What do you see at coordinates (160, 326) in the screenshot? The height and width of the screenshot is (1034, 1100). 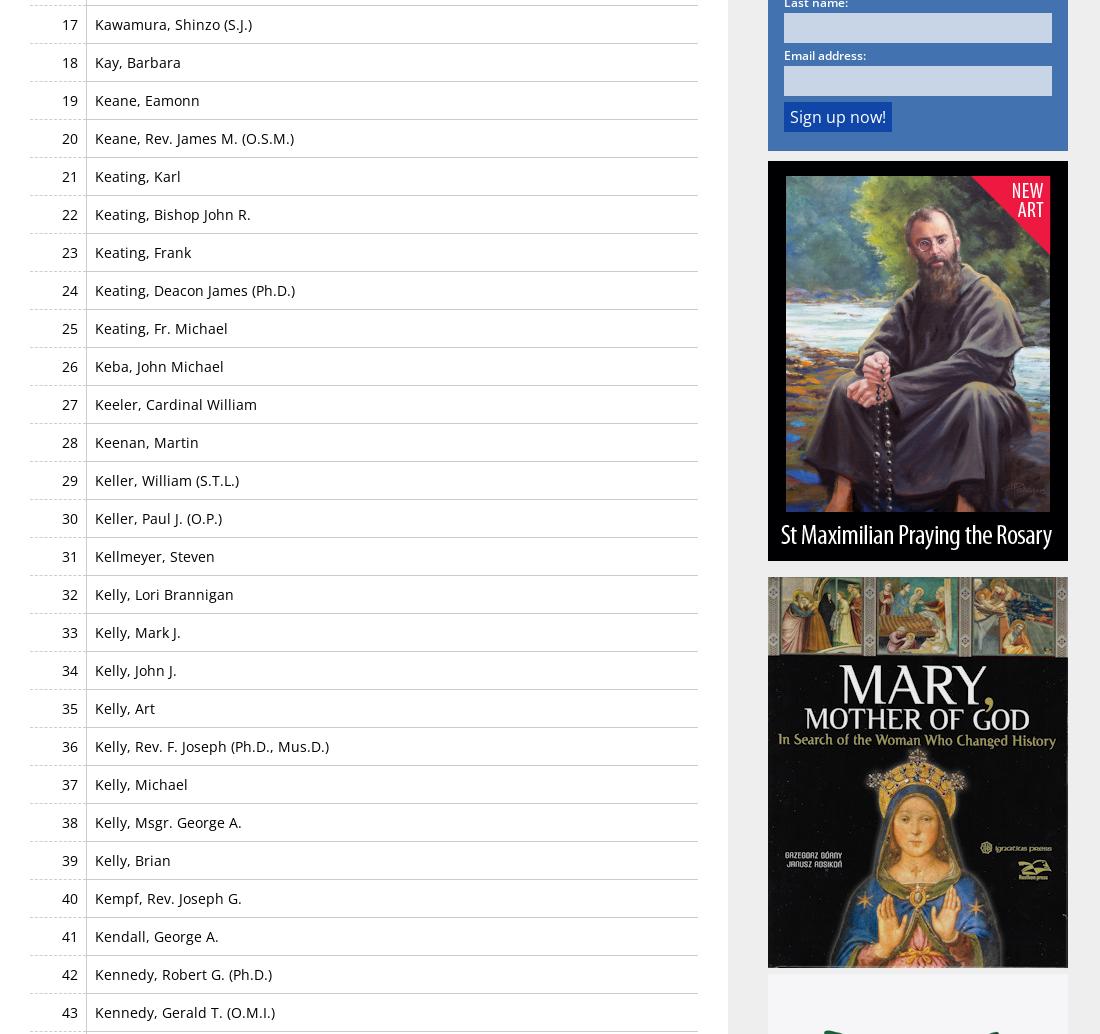 I see `'Keating, Fr. Michael'` at bounding box center [160, 326].